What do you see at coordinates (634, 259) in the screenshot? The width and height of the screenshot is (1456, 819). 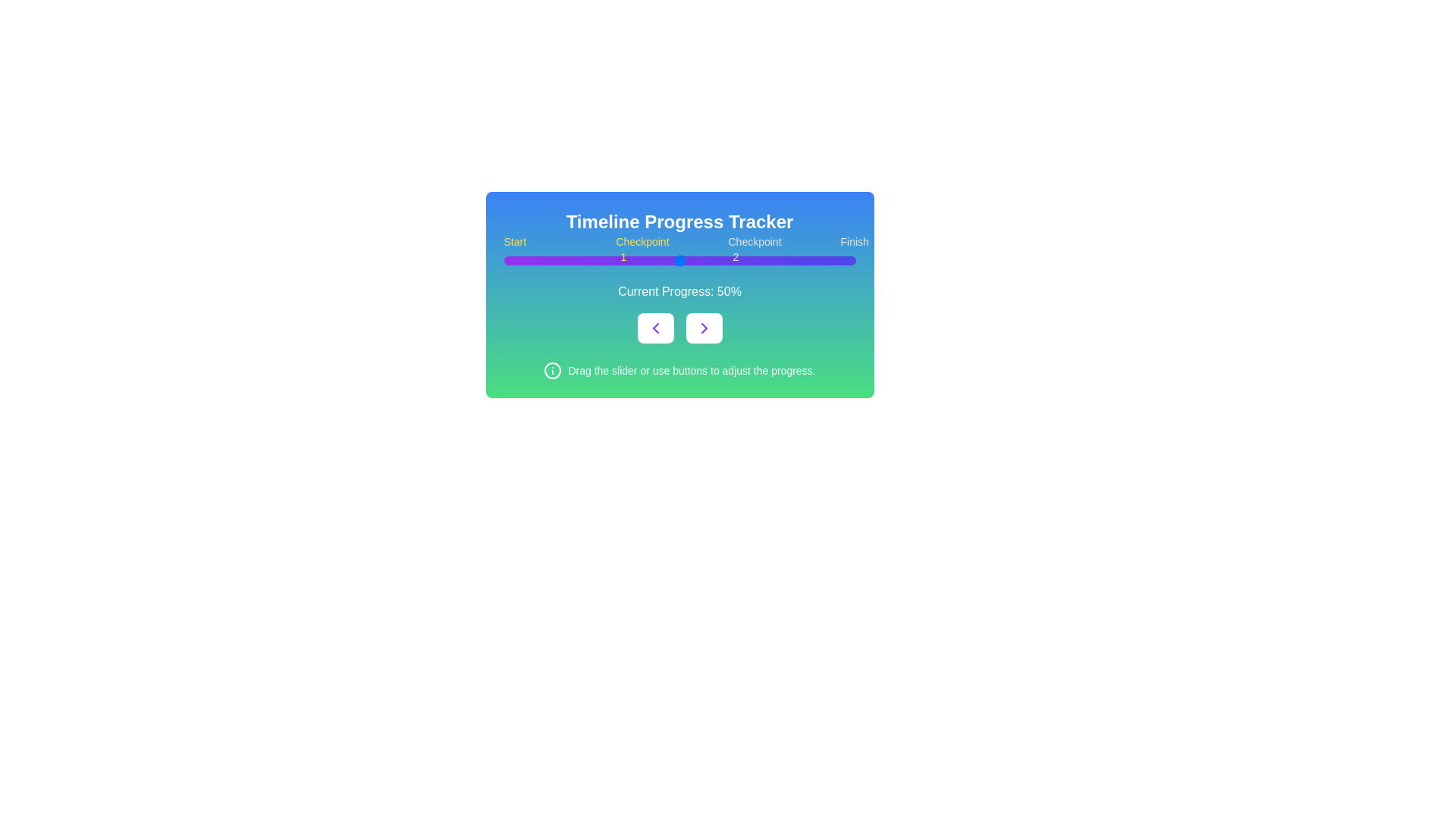 I see `the progress` at bounding box center [634, 259].